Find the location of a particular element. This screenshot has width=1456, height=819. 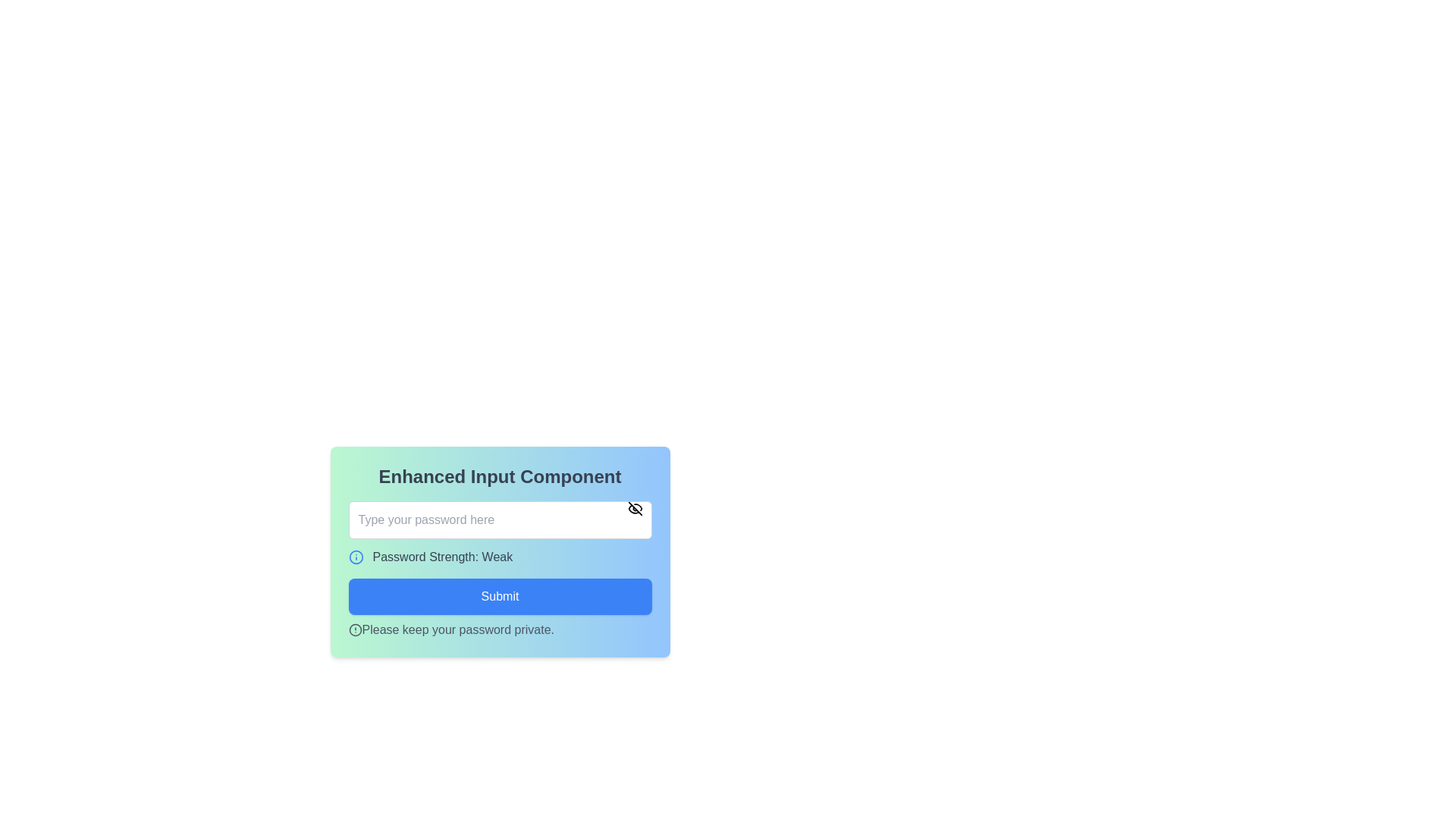

the 'Submit' button, which is a rectangular button with a blue background and white text, located in the lower center region of the form interface is located at coordinates (500, 595).